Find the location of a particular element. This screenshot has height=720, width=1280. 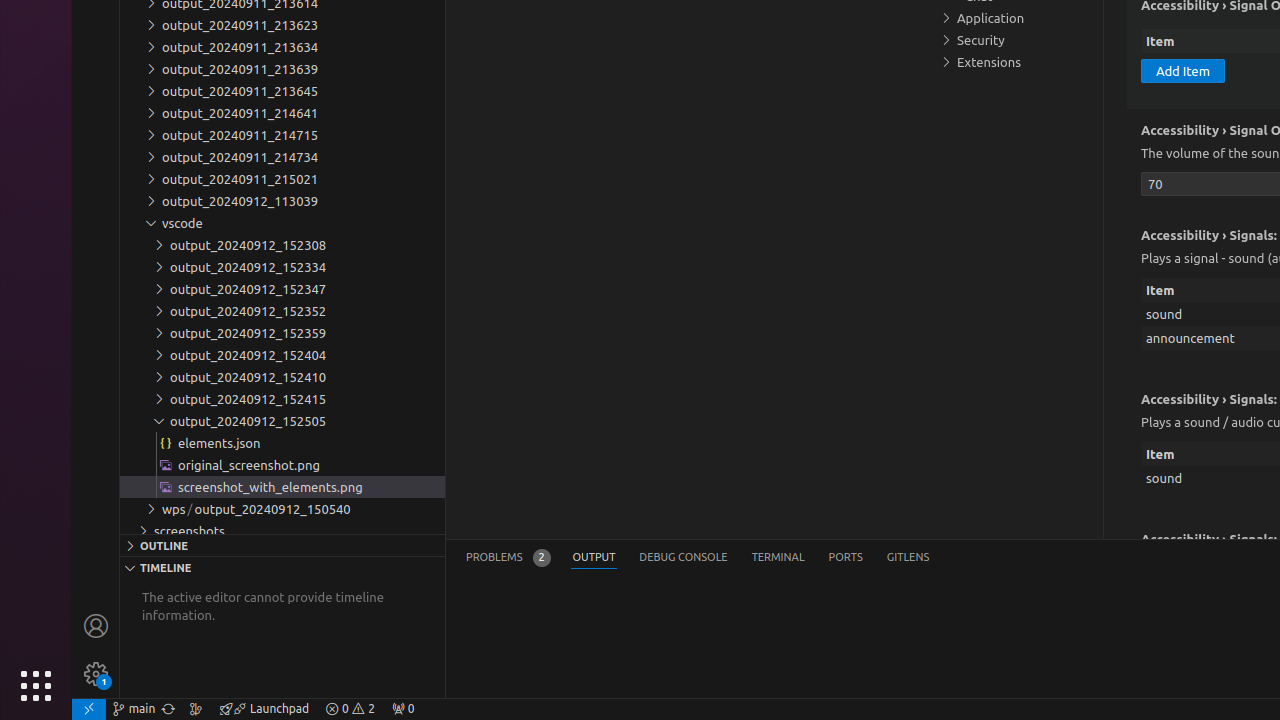

'wps' is located at coordinates (178, 507).